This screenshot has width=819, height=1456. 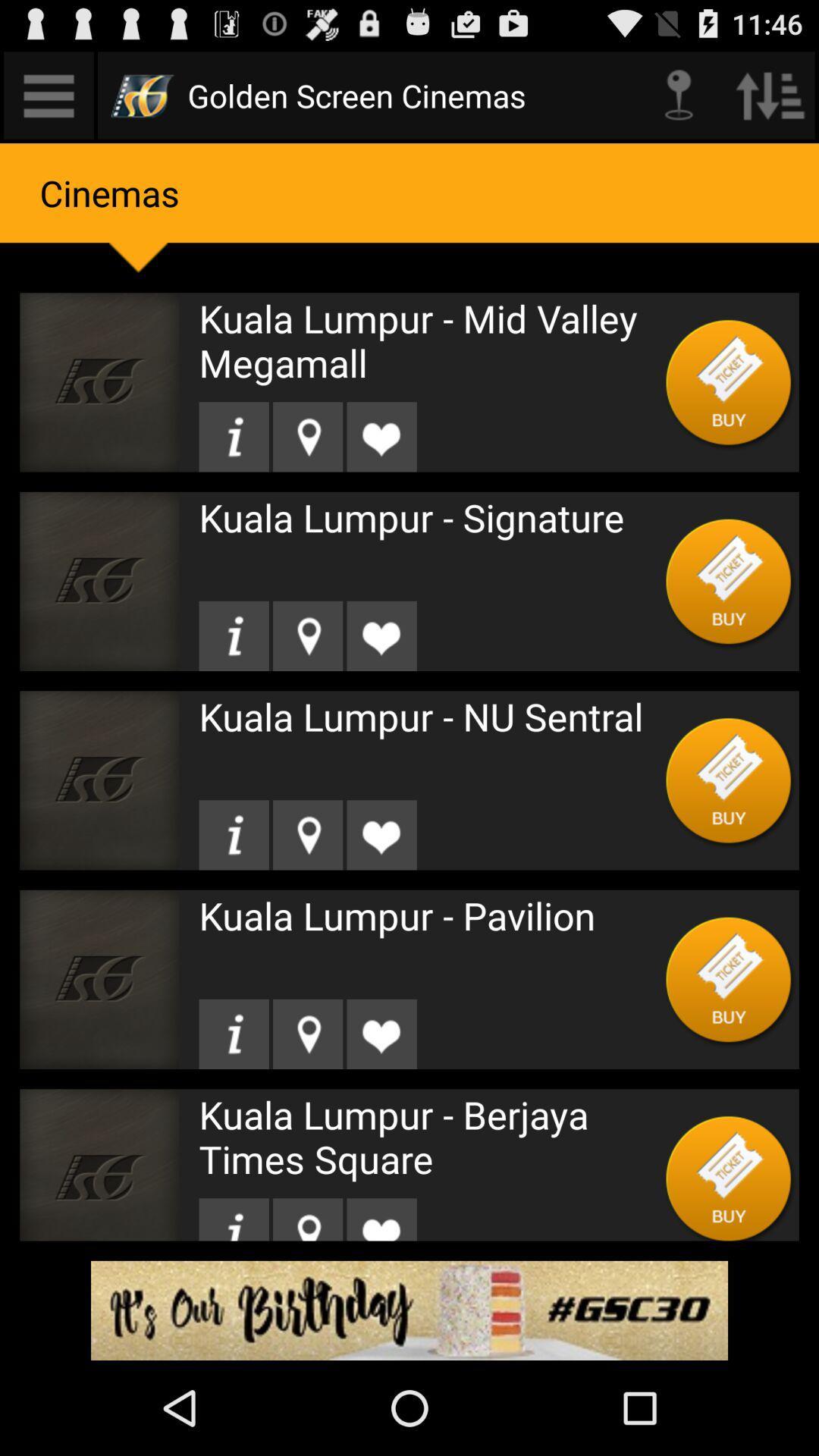 What do you see at coordinates (381, 436) in the screenshot?
I see `like button` at bounding box center [381, 436].